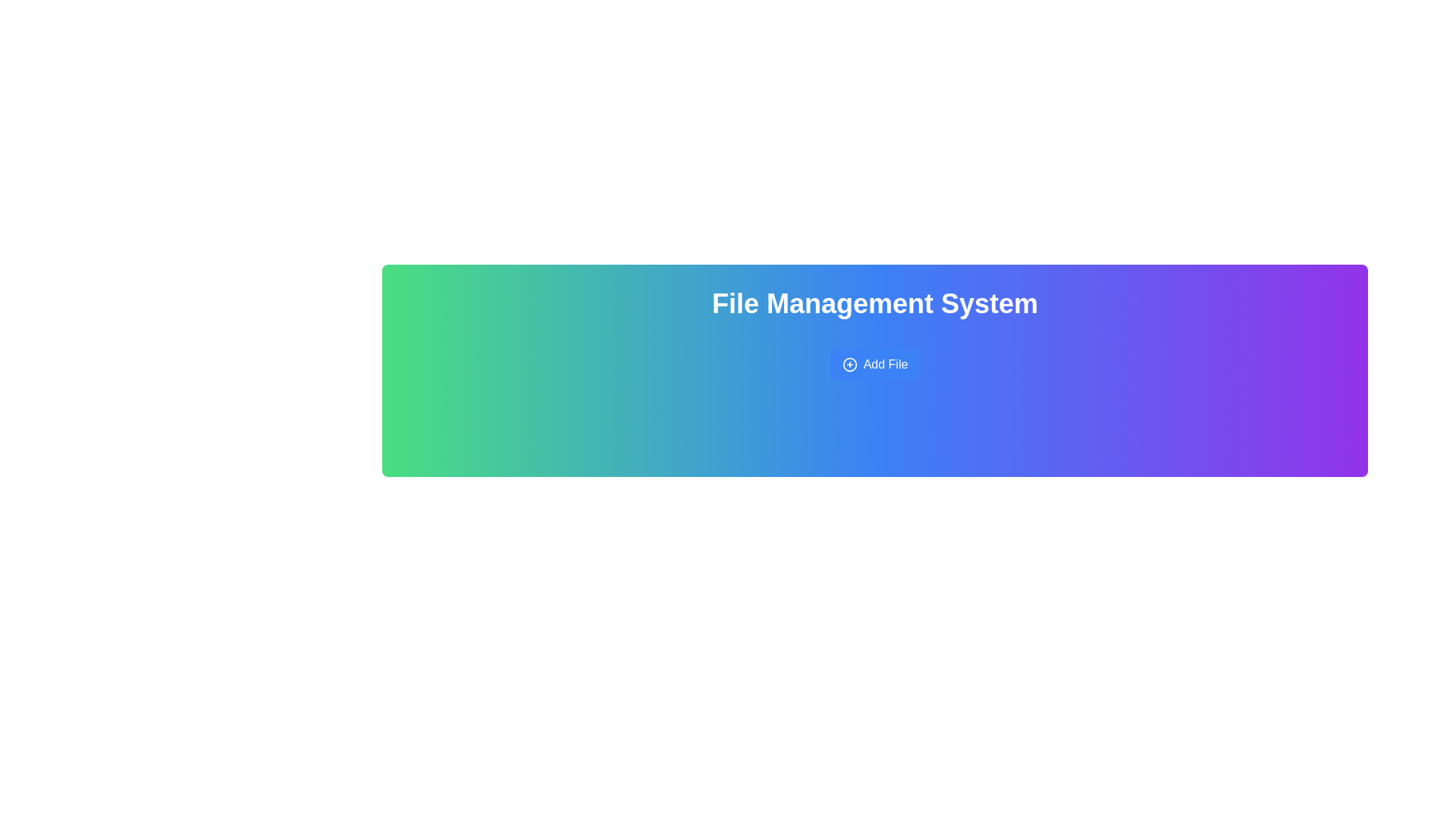  I want to click on the 'Add File' button, which is indicated by the text label located to the right of a plus sign icon, so click(885, 365).